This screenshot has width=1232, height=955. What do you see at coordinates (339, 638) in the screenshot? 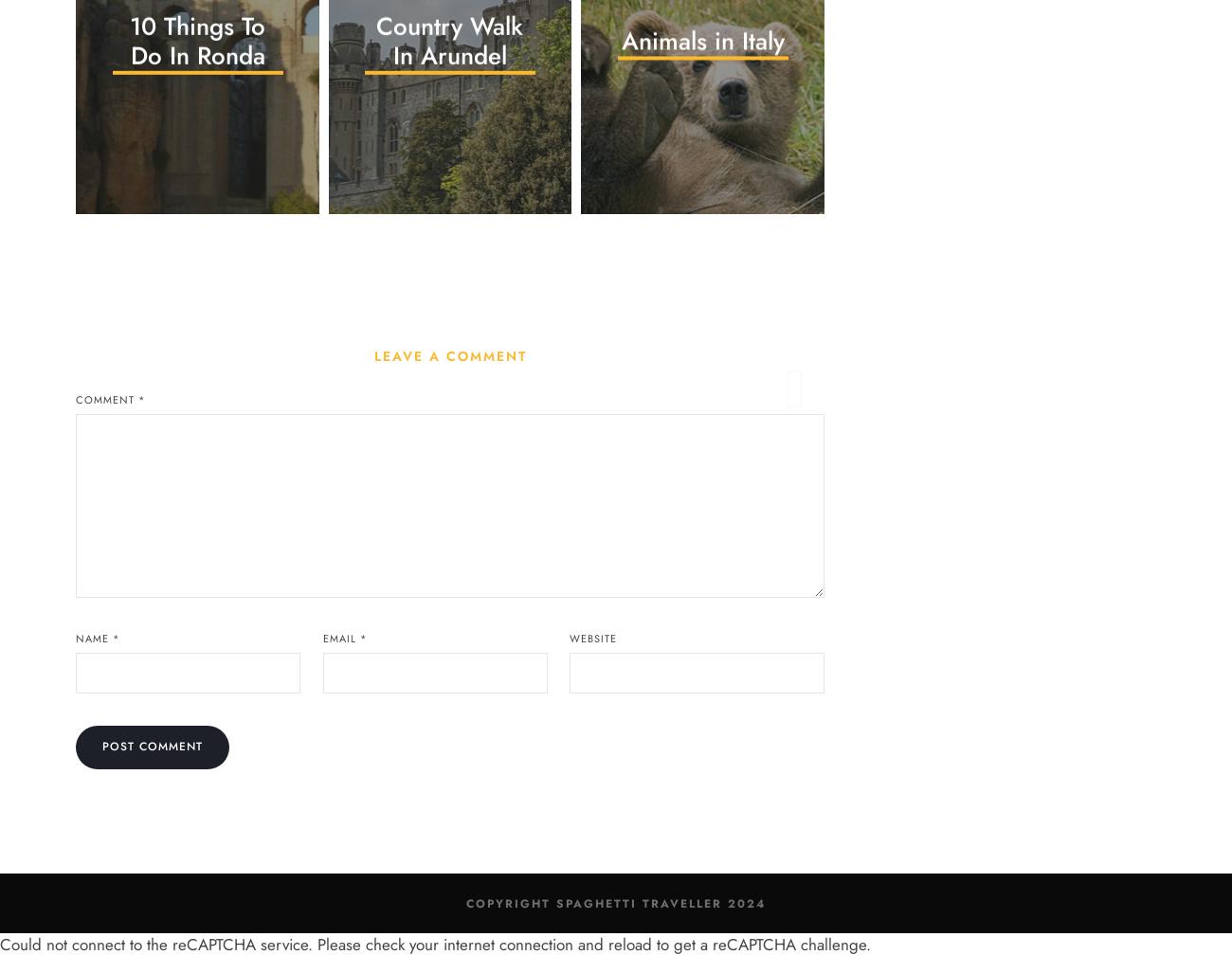
I see `'Email'` at bounding box center [339, 638].